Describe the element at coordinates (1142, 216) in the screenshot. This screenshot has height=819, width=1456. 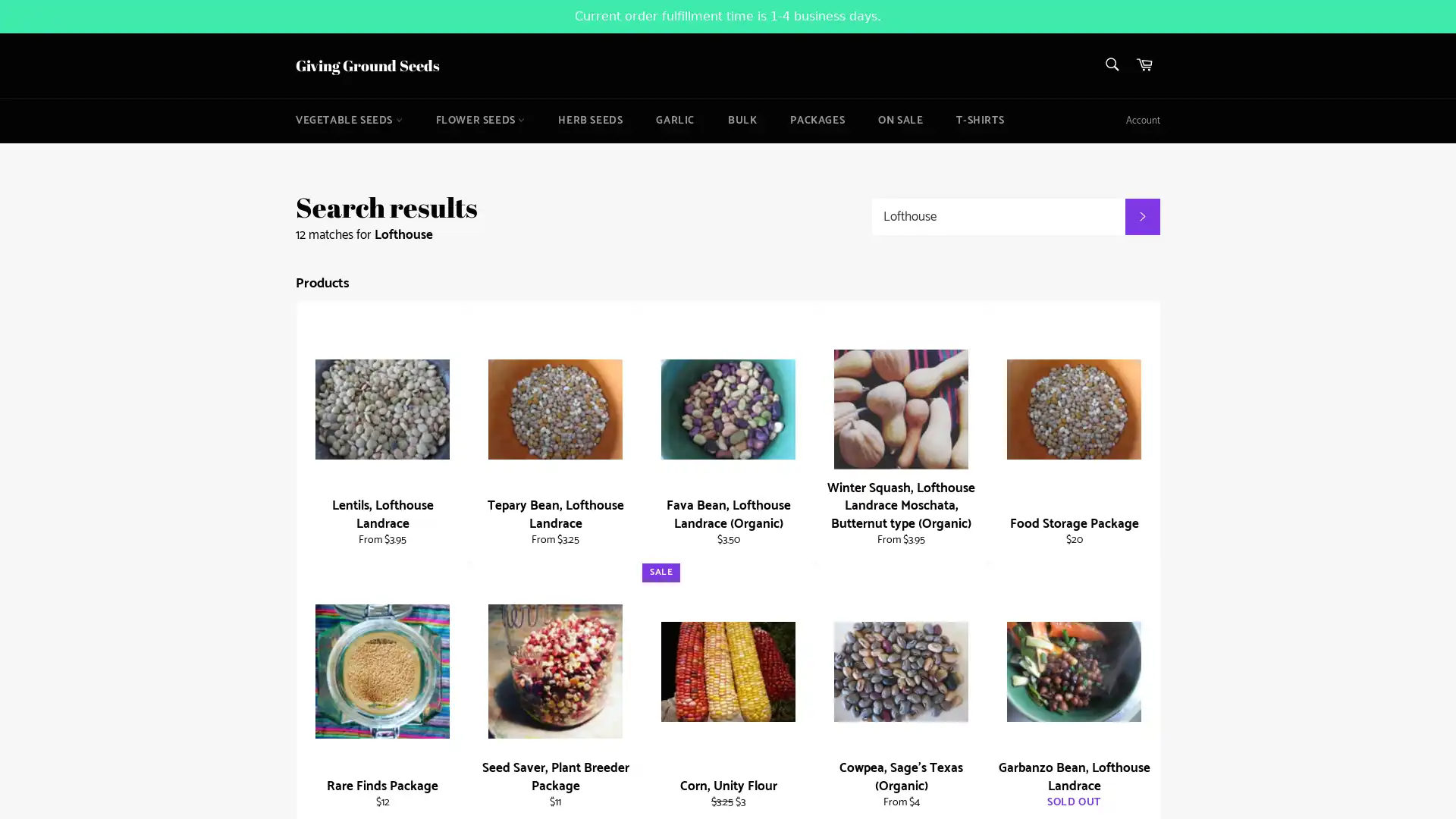
I see `SEARCH` at that location.